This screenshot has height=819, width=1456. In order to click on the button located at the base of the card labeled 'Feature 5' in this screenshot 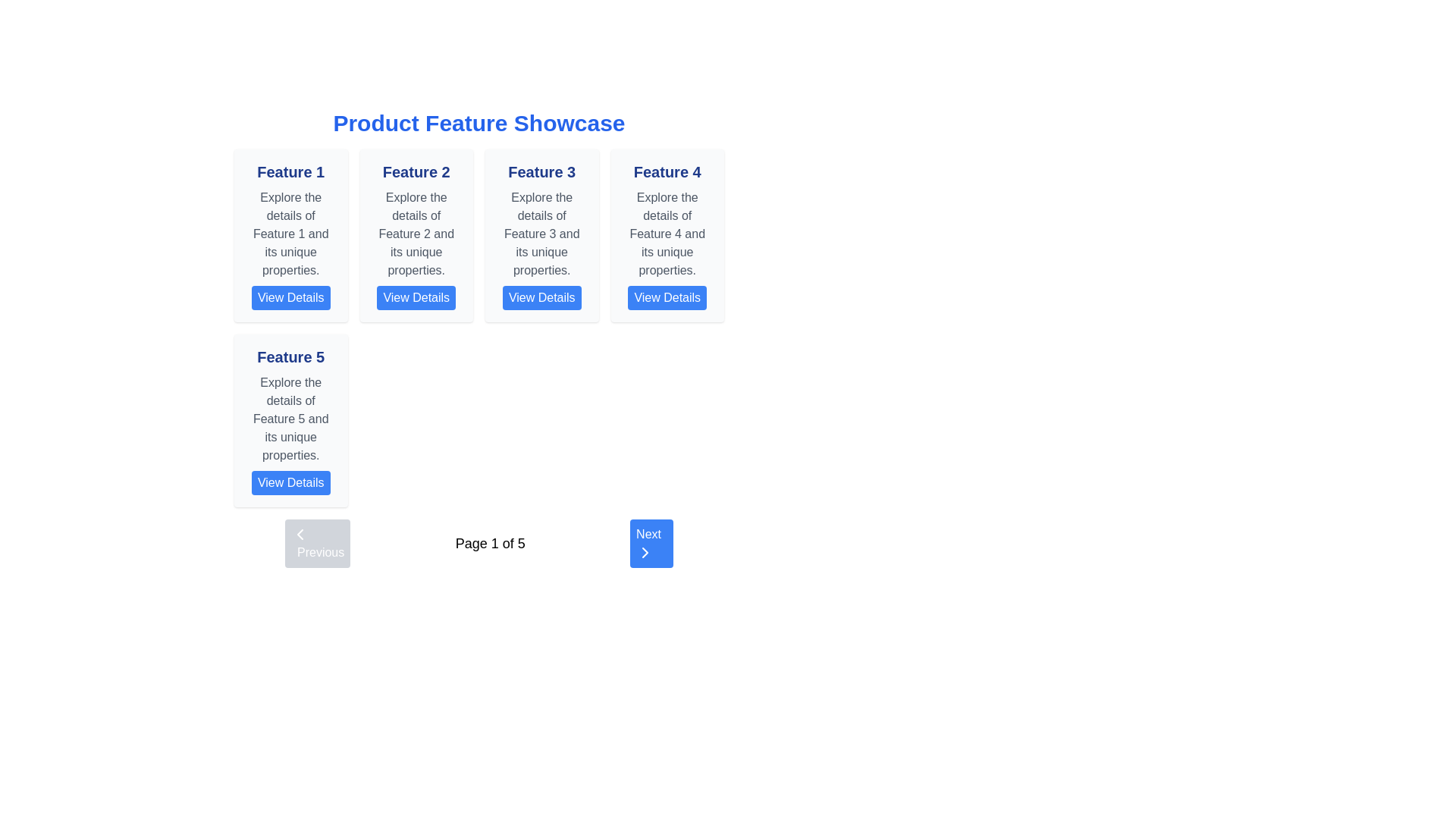, I will do `click(290, 482)`.